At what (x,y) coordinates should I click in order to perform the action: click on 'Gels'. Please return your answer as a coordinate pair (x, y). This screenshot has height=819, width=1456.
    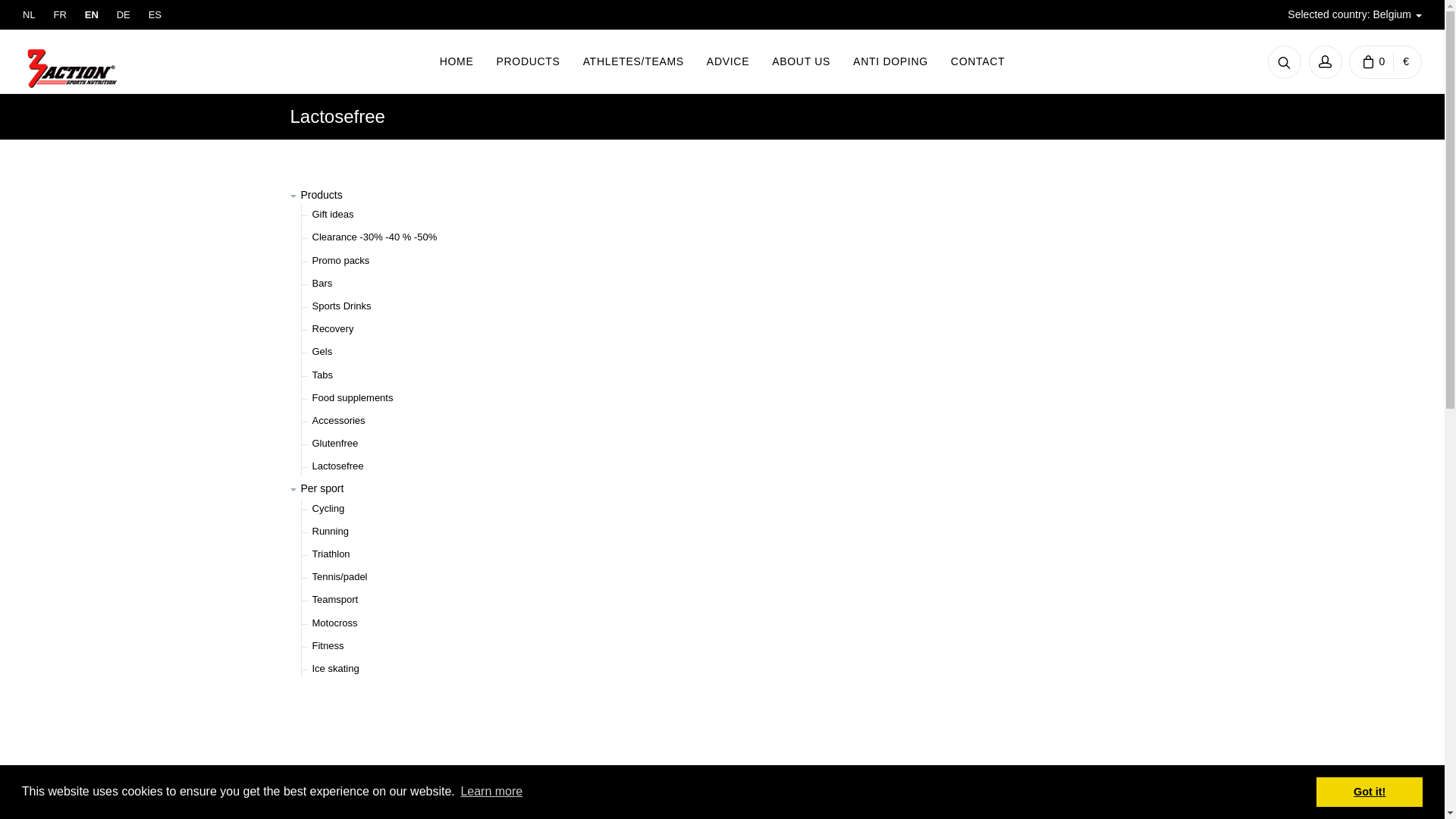
    Looking at the image, I should click on (322, 351).